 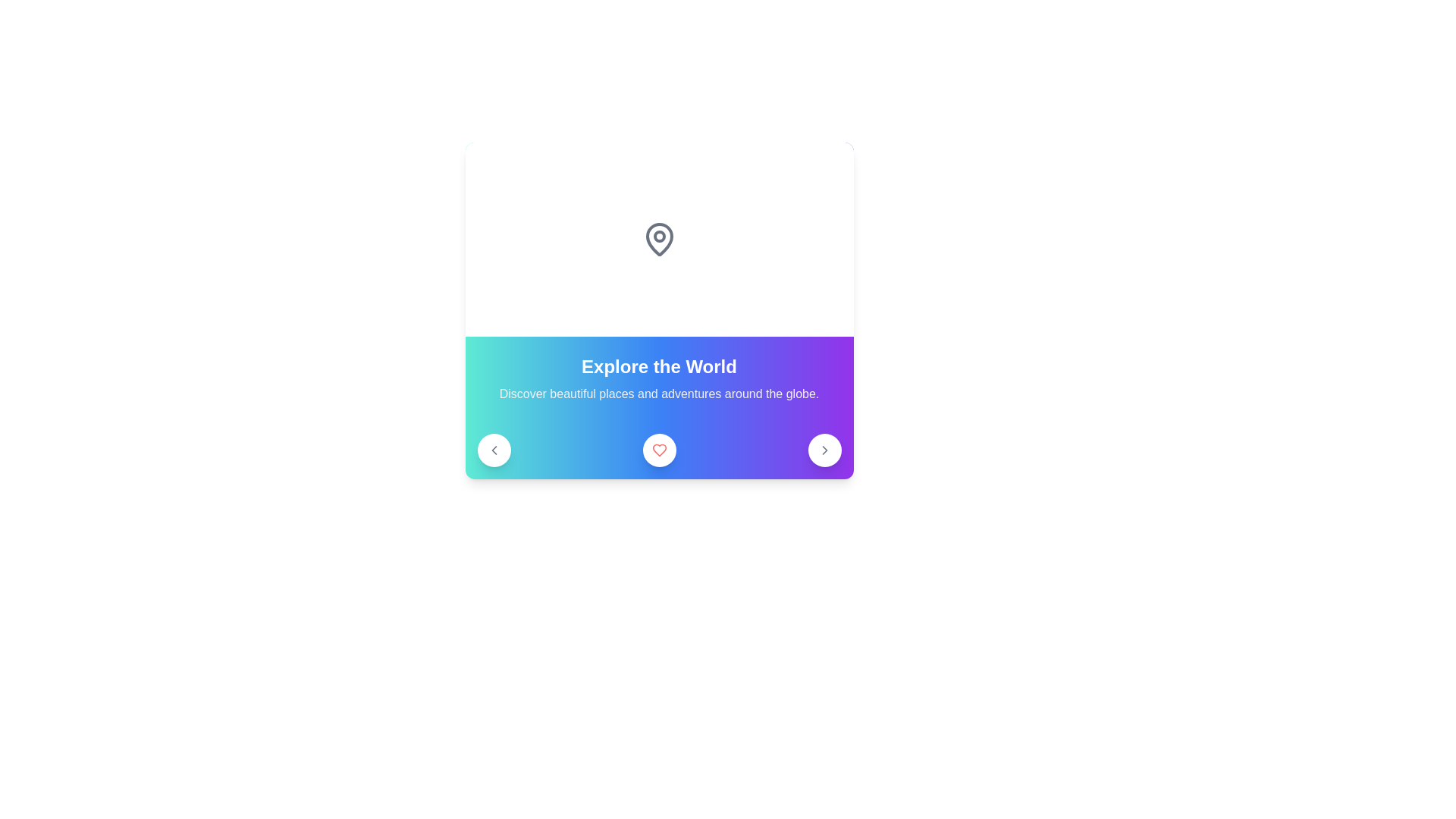 What do you see at coordinates (494, 450) in the screenshot?
I see `the leftmost navigation button` at bounding box center [494, 450].